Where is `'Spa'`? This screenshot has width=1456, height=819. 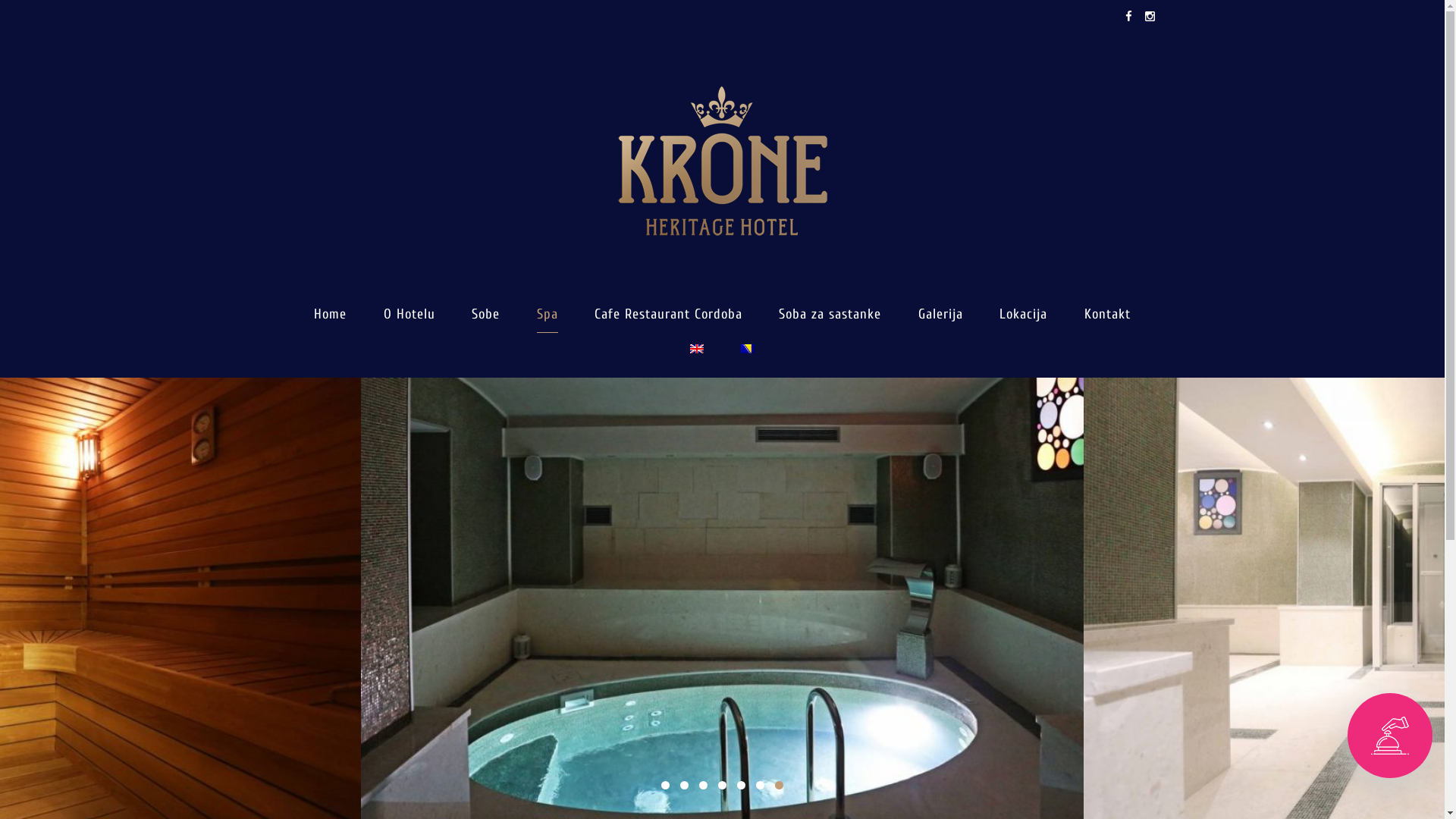
'Spa' is located at coordinates (546, 314).